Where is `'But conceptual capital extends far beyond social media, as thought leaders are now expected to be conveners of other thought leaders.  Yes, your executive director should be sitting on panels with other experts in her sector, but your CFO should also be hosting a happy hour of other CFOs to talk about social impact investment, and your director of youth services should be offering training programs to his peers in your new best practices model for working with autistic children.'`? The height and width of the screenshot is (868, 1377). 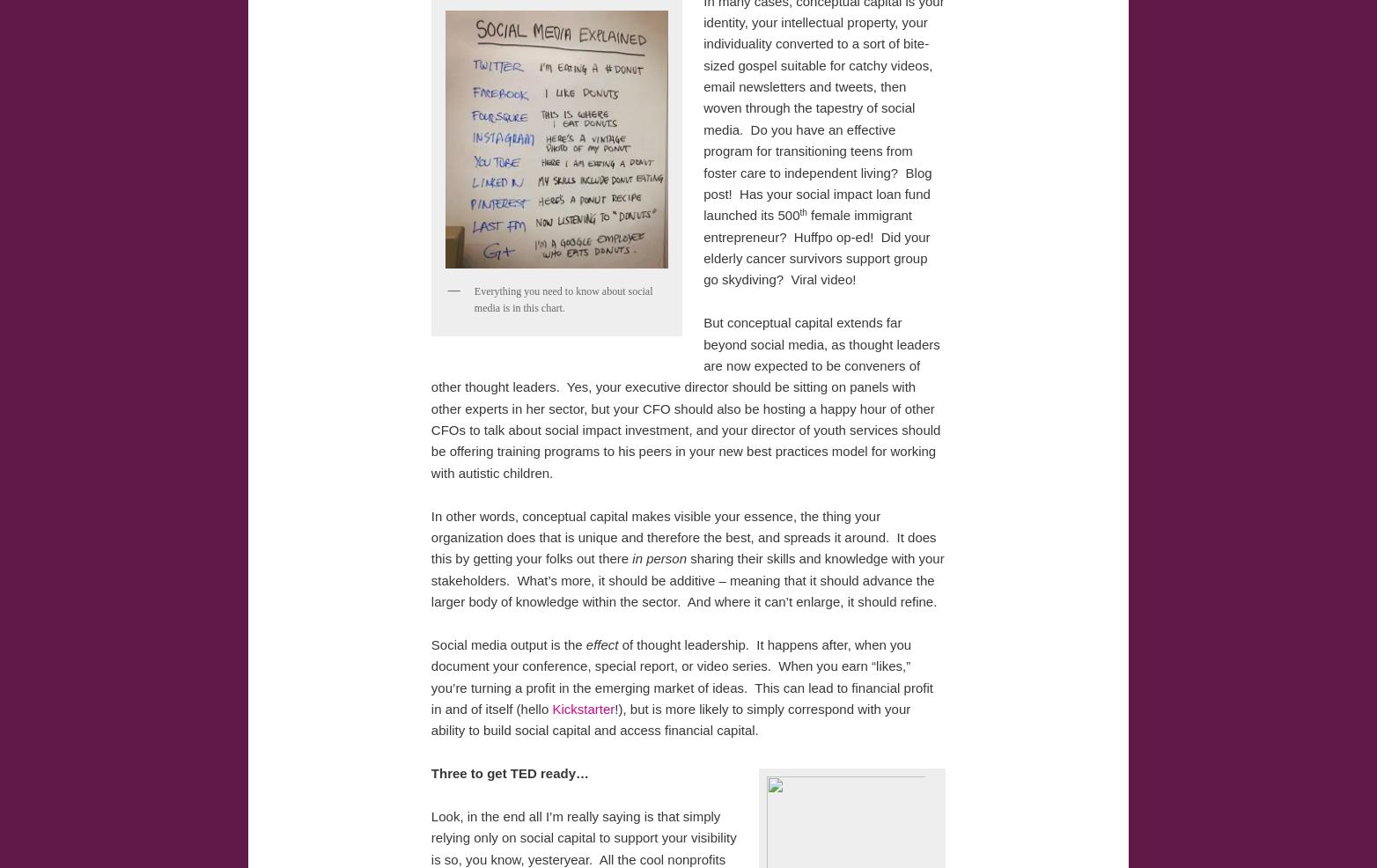
'But conceptual capital extends far beyond social media, as thought leaders are now expected to be conveners of other thought leaders.  Yes, your executive director should be sitting on panels with other experts in her sector, but your CFO should also be hosting a happy hour of other CFOs to talk about social impact investment, and your director of youth services should be offering training programs to his peers in your new best practices model for working with autistic children.' is located at coordinates (684, 397).